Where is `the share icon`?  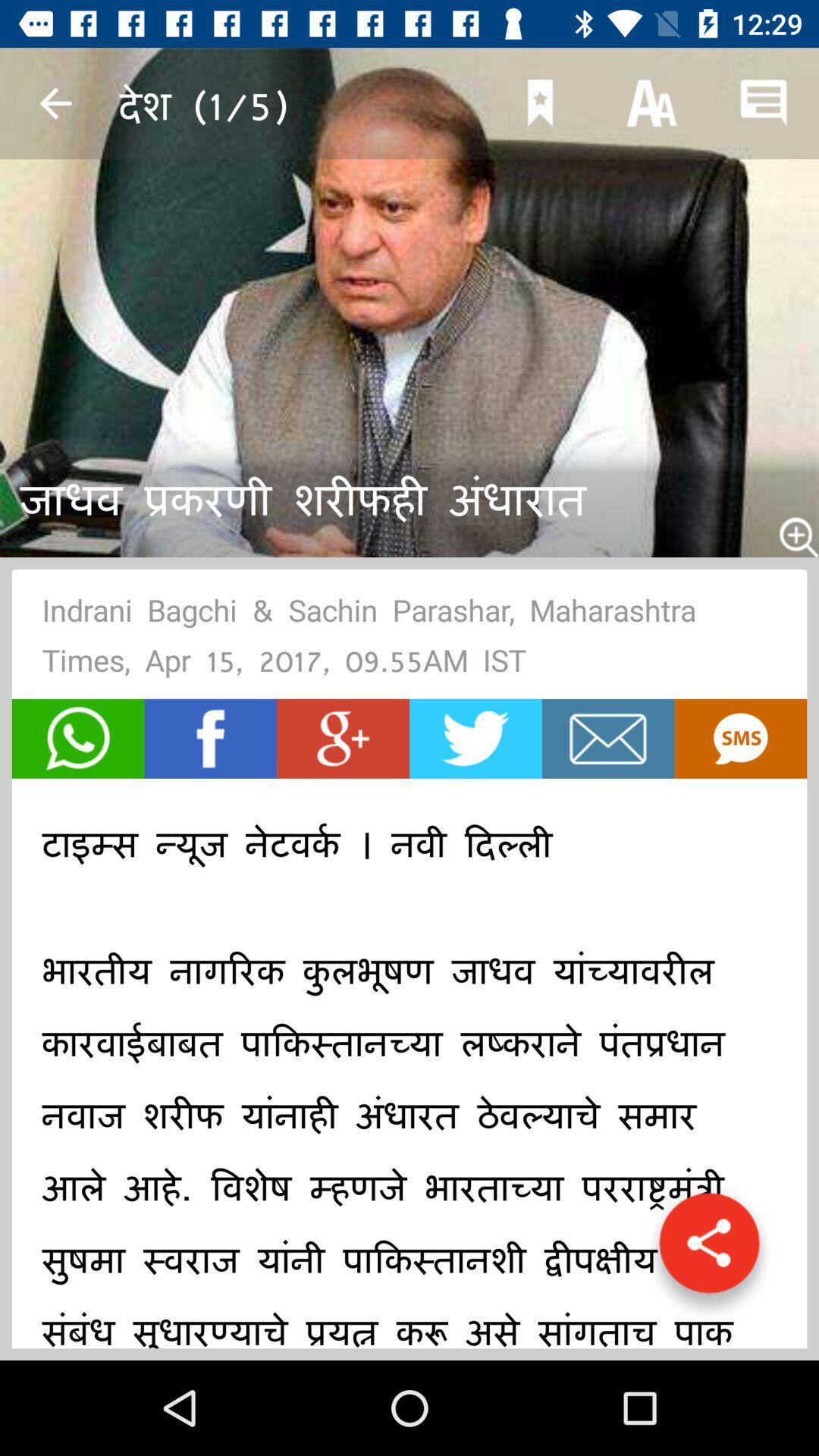
the share icon is located at coordinates (709, 1250).